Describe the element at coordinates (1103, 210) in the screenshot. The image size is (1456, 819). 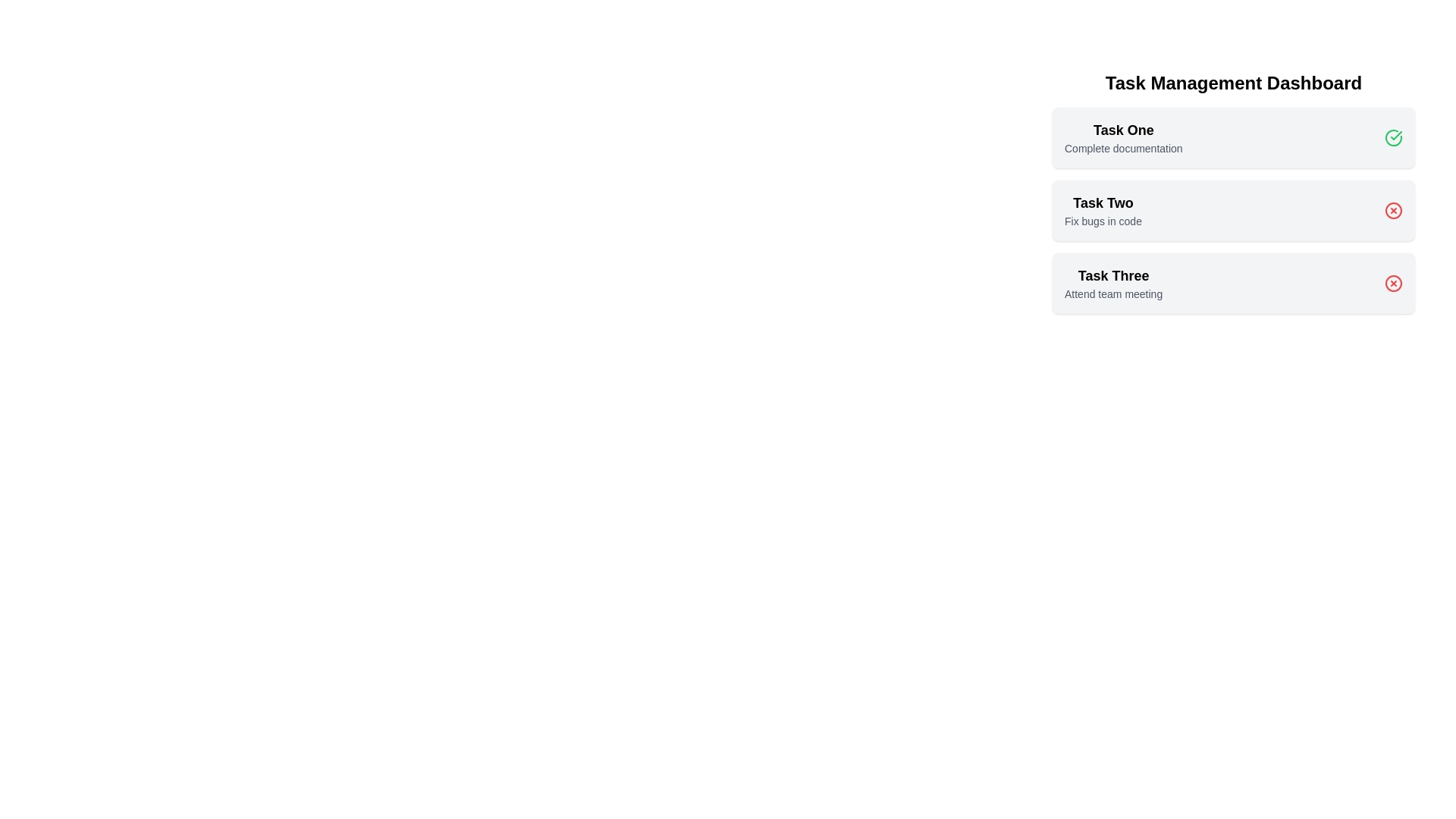
I see `the list item Task Two to inspect its hover effect` at that location.